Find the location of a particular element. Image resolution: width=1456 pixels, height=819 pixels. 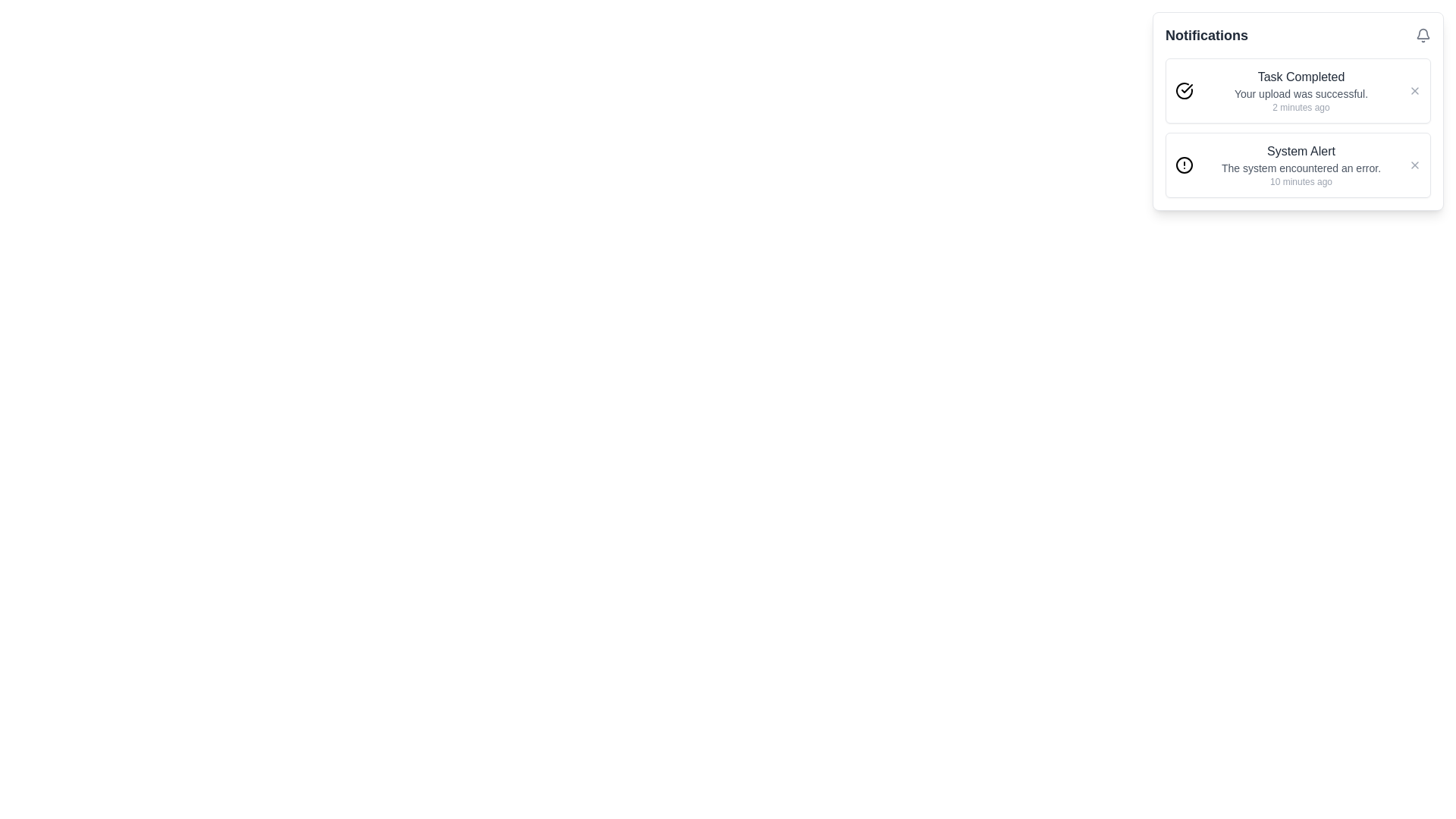

the text display component that shows the message 'The system encountered an error.' located below the title 'System Alert' and above the timestamp '10 minutes ago.' in the right-hand notification panel is located at coordinates (1301, 168).